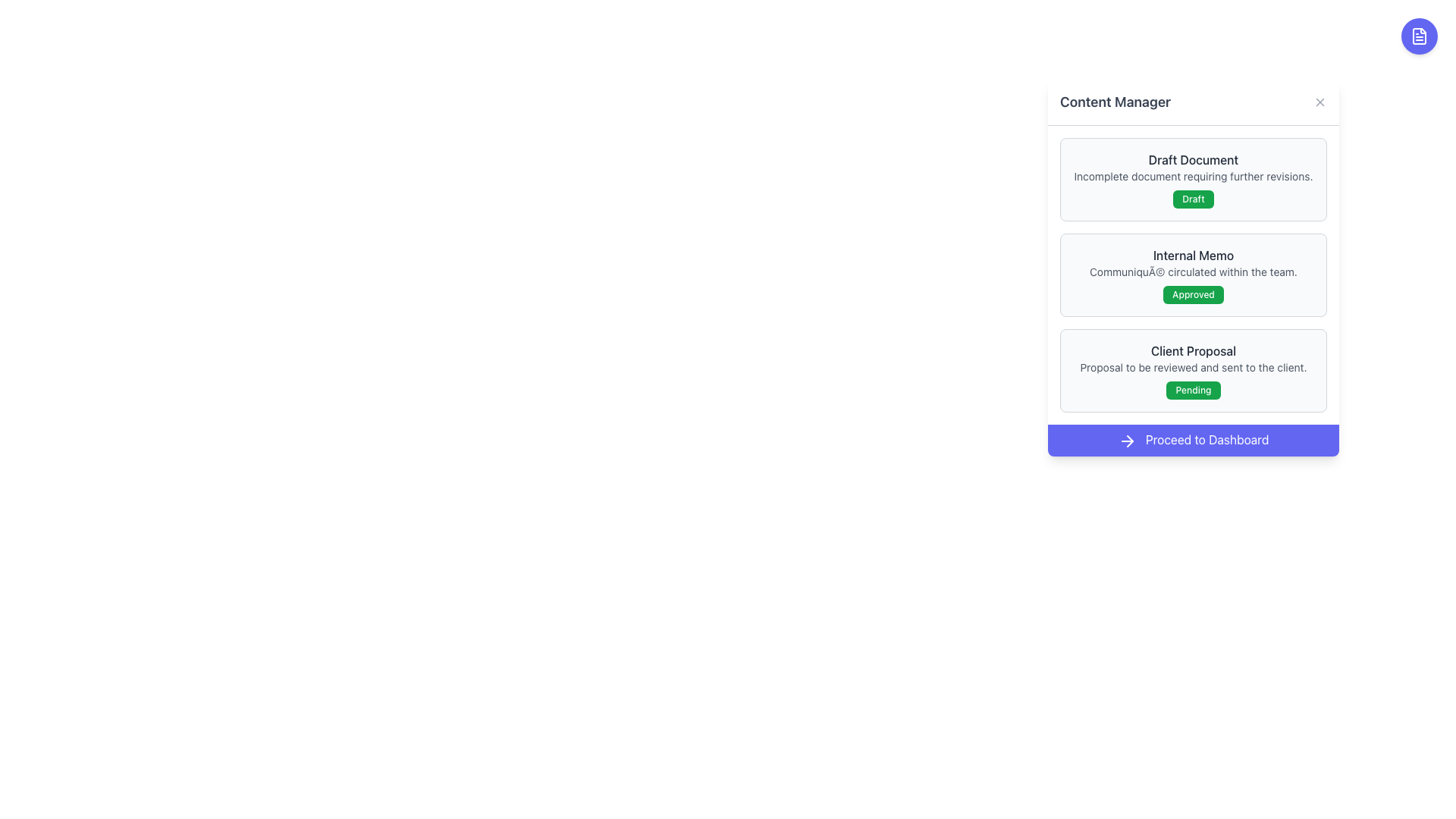 This screenshot has width=1456, height=819. Describe the element at coordinates (1193, 175) in the screenshot. I see `the static text label displaying 'Incomplete document requiring further revisions.' located beneath the 'Draft Document' section title` at that location.